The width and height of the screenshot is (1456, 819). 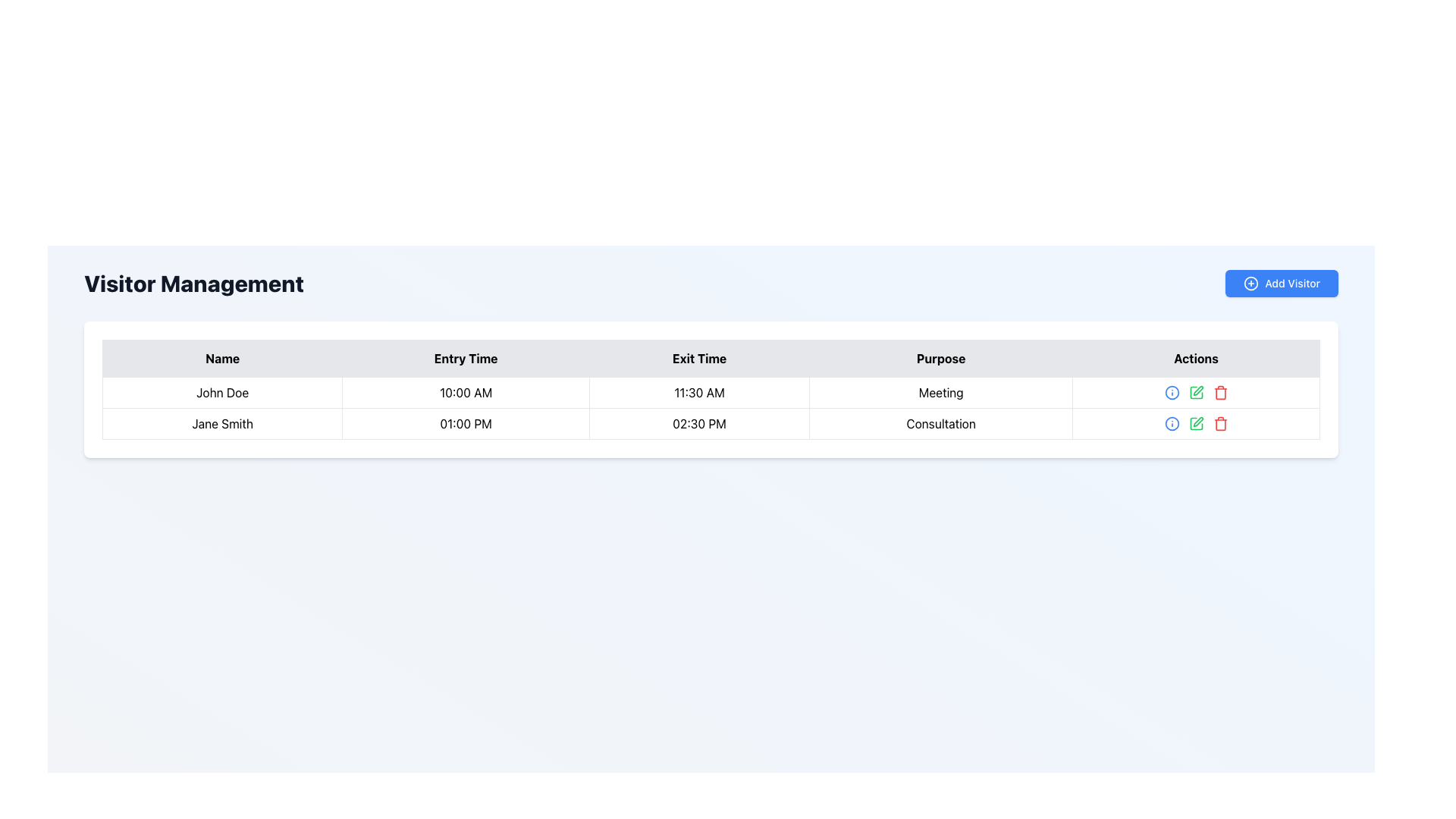 I want to click on displayed entry time text '01:00 PM' for the visitor named 'Jane Smith', located in the second cell under the 'Entry Time' column, so click(x=465, y=424).